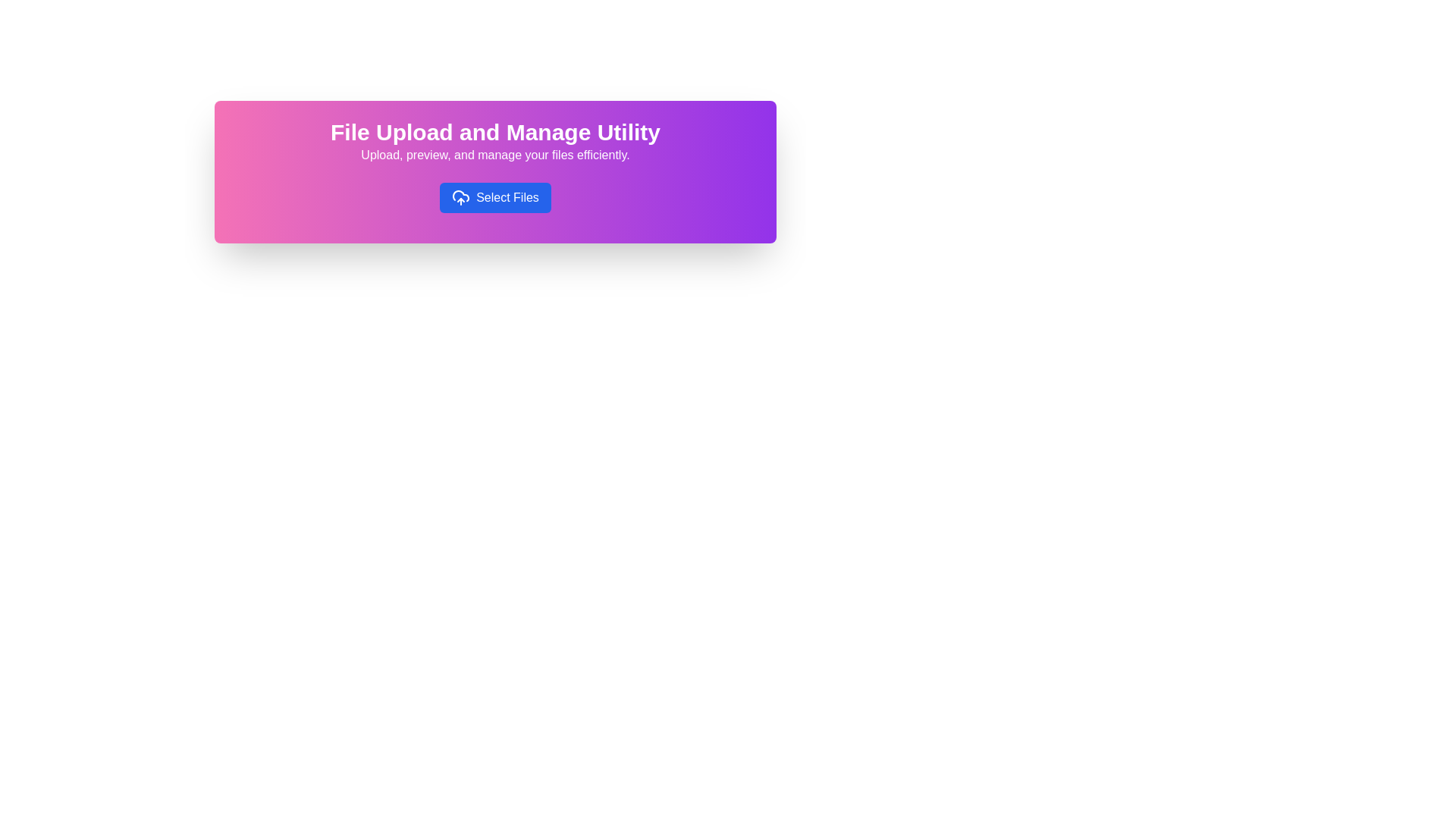  Describe the element at coordinates (495, 171) in the screenshot. I see `the blue button labeled 'Select Files' within the card titled 'File Upload and Manage Utility', which is prominently displayed in the center of the interface` at that location.